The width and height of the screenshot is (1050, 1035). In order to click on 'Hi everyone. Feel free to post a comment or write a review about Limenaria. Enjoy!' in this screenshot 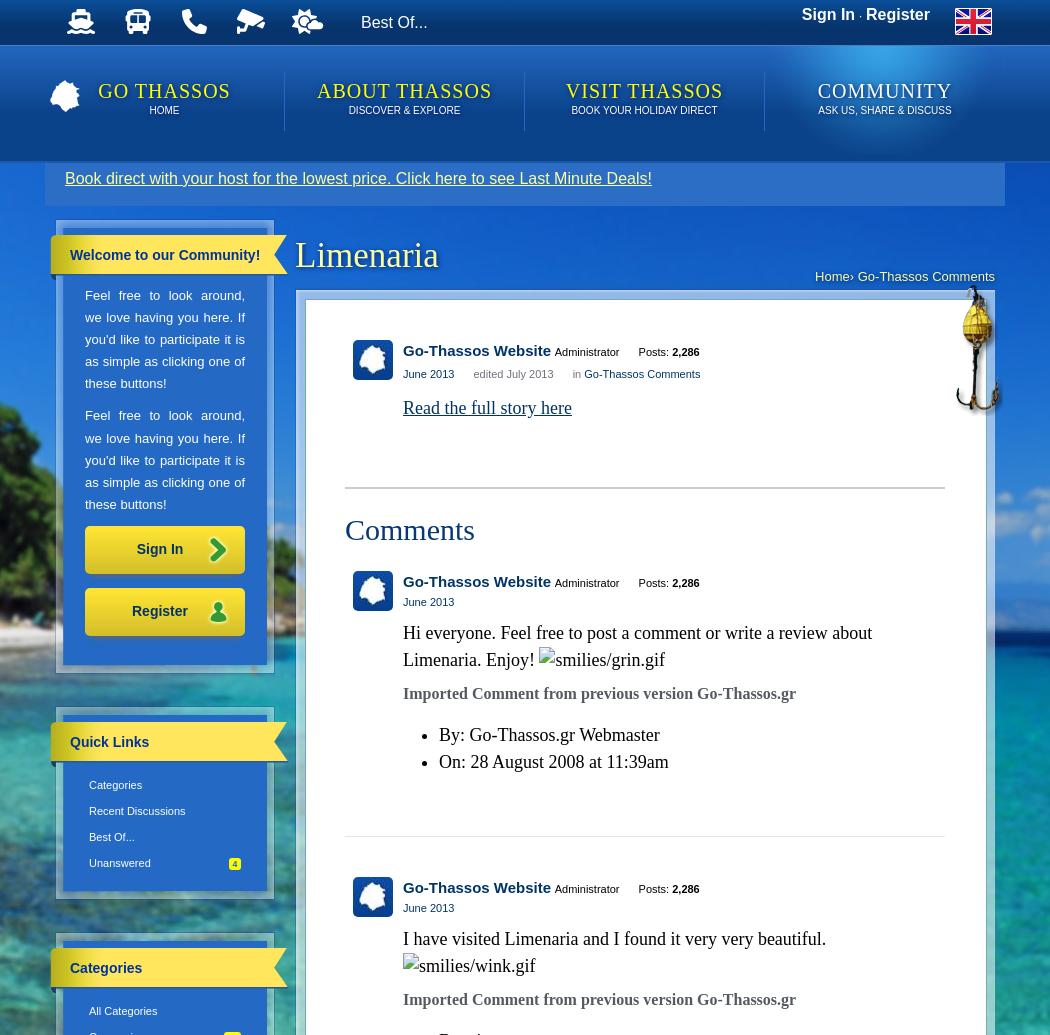, I will do `click(637, 644)`.